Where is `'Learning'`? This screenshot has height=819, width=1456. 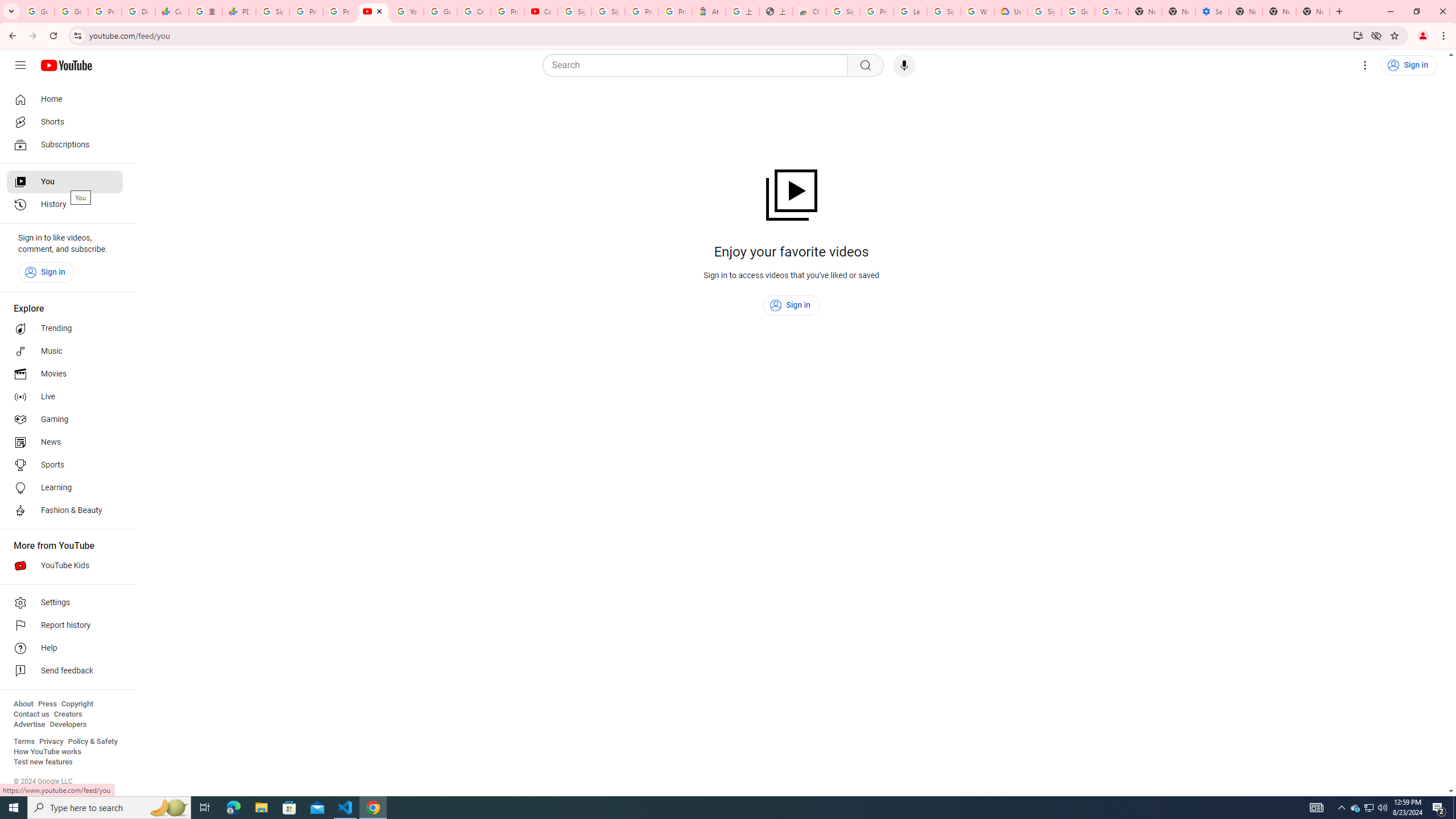 'Learning' is located at coordinates (64, 487).